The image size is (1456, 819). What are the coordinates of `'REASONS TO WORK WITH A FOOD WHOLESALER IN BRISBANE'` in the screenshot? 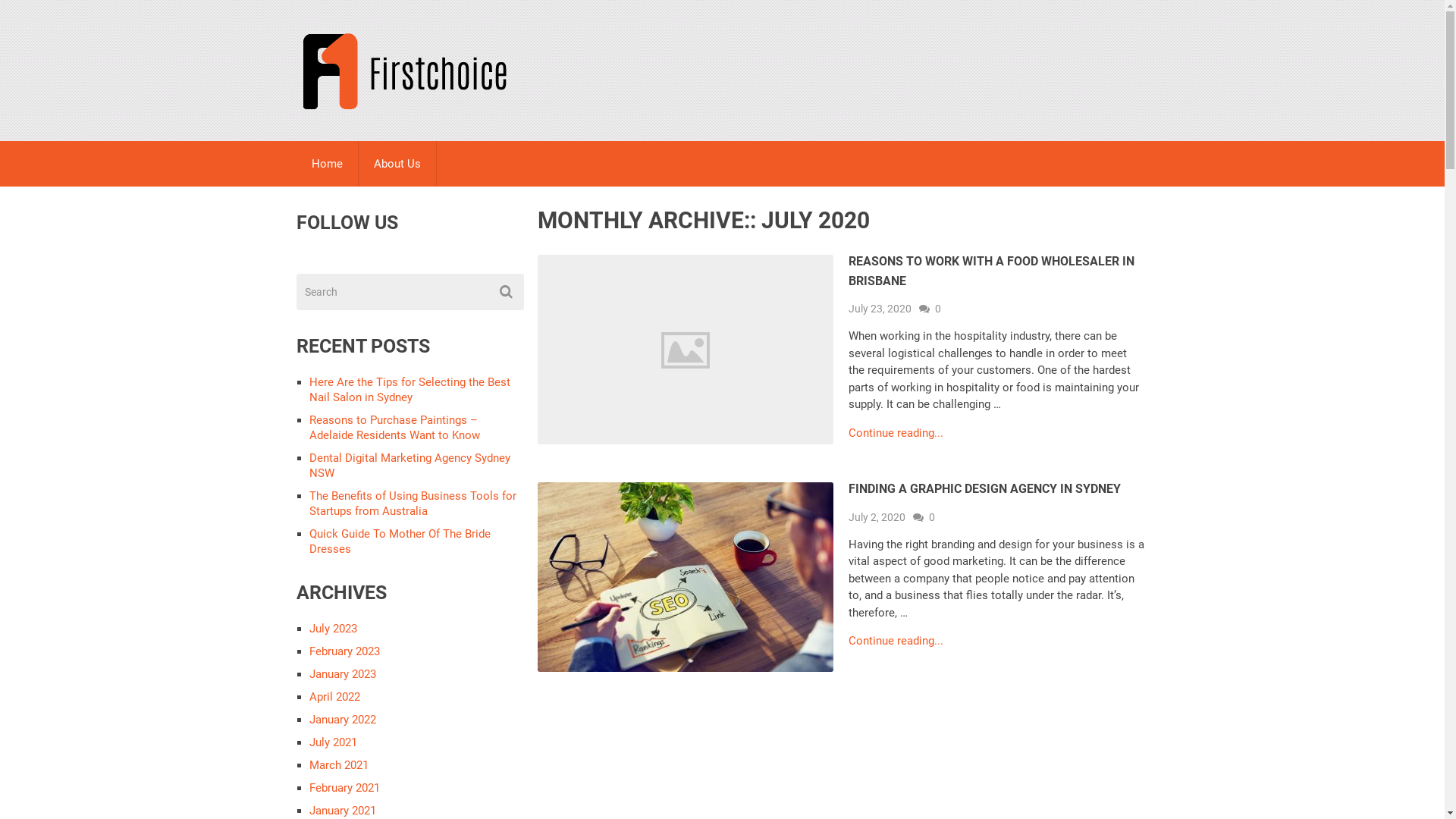 It's located at (991, 270).